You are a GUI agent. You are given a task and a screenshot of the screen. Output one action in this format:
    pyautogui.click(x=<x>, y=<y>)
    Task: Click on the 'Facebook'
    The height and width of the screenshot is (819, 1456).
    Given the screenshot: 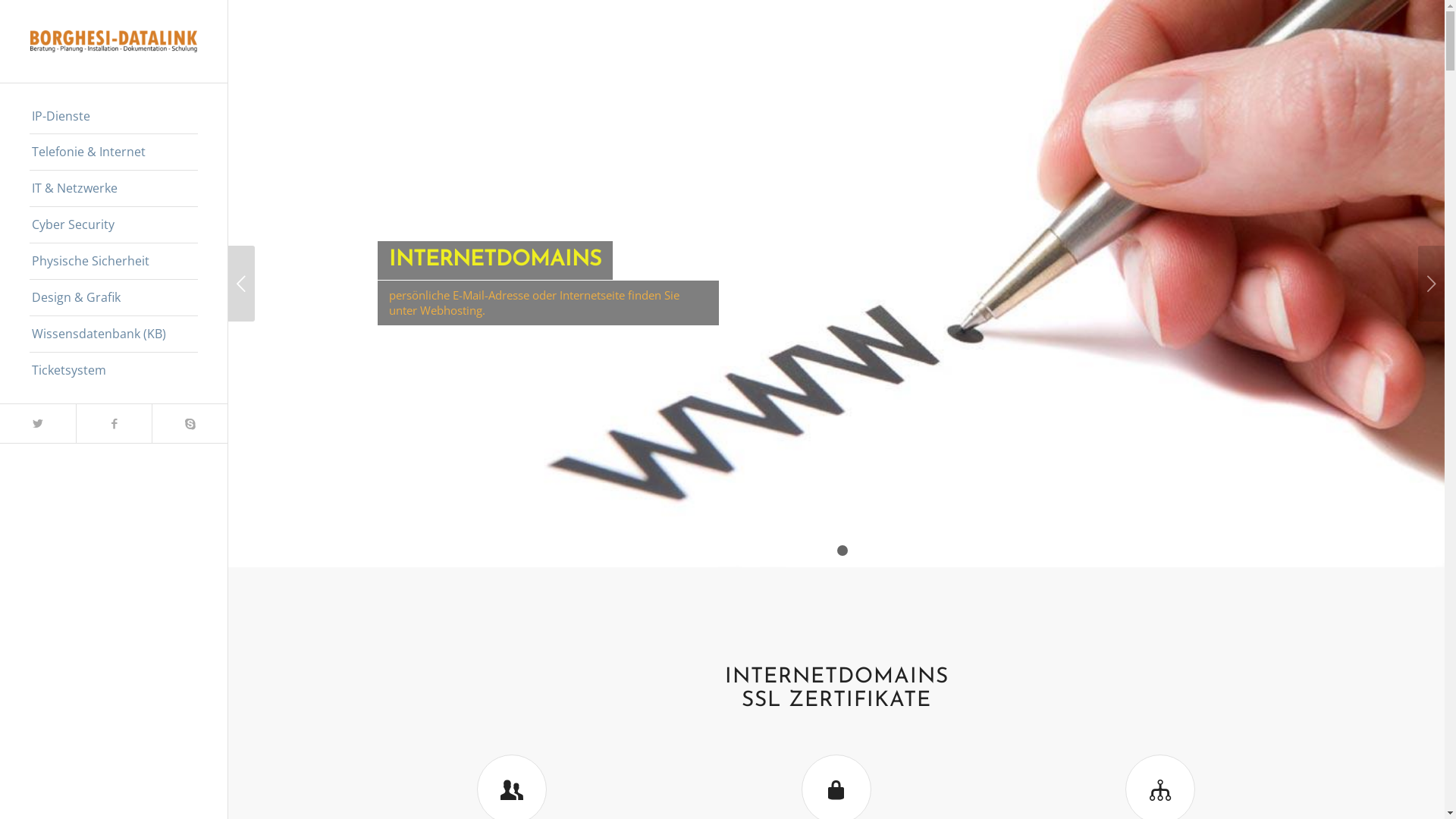 What is the action you would take?
    pyautogui.click(x=112, y=423)
    